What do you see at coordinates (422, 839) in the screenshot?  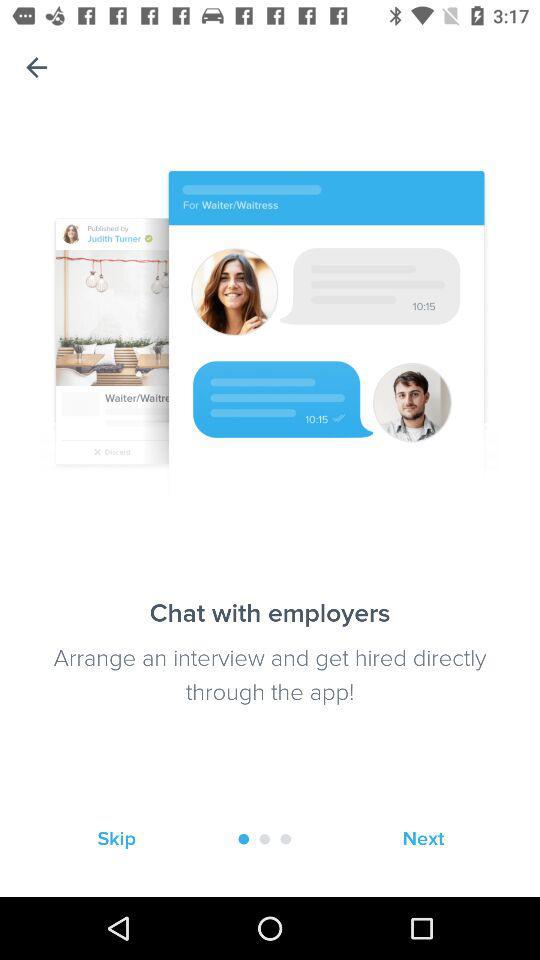 I see `next item` at bounding box center [422, 839].